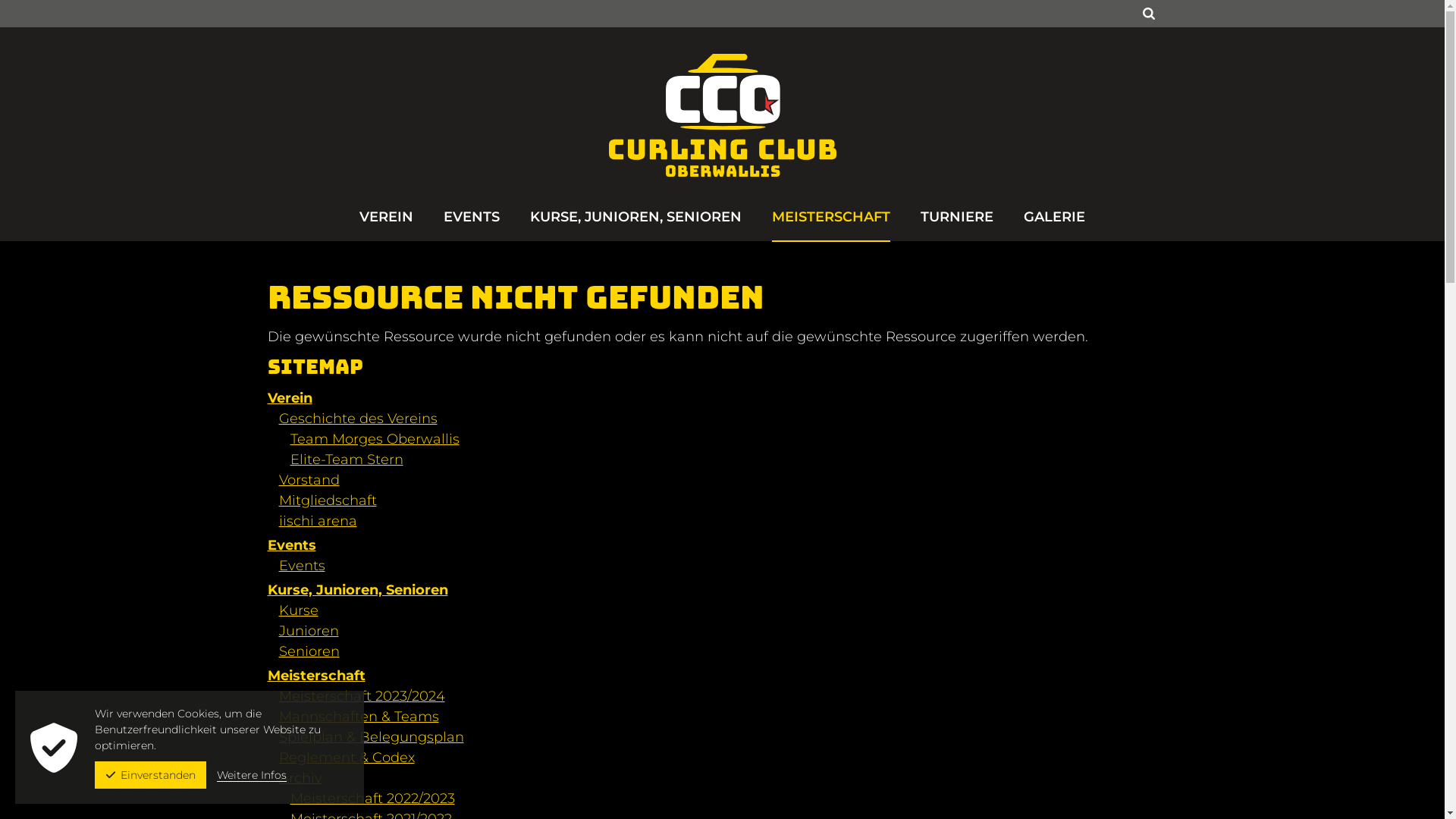 The image size is (1456, 819). Describe the element at coordinates (290, 798) in the screenshot. I see `'Meisterschaft 2022/2023'` at that location.